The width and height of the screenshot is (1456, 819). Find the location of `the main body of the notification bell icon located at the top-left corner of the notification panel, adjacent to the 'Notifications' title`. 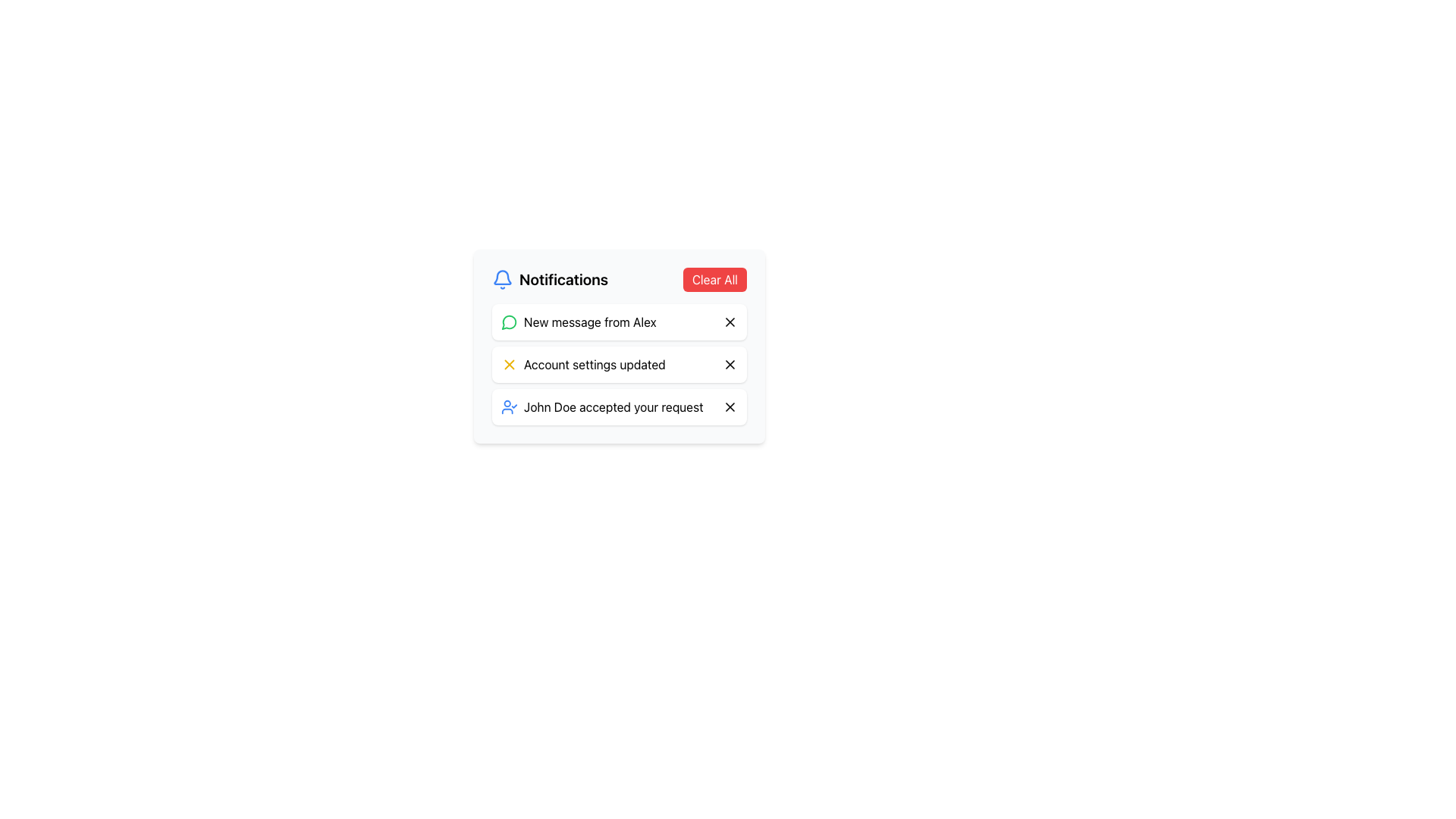

the main body of the notification bell icon located at the top-left corner of the notification panel, adjacent to the 'Notifications' title is located at coordinates (502, 278).